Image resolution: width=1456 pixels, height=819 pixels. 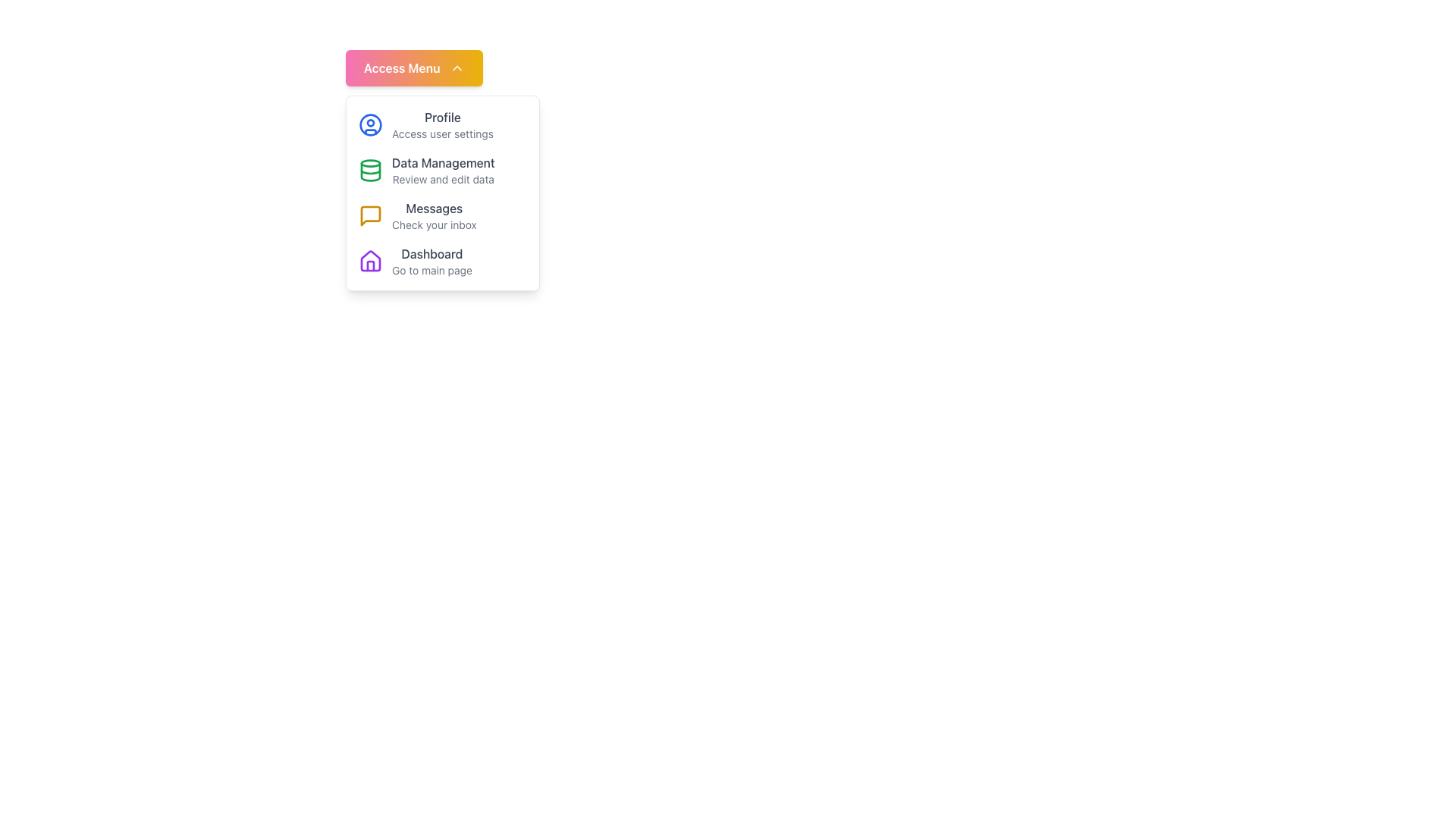 I want to click on the button at the top left of the dropdown menu, so click(x=414, y=67).